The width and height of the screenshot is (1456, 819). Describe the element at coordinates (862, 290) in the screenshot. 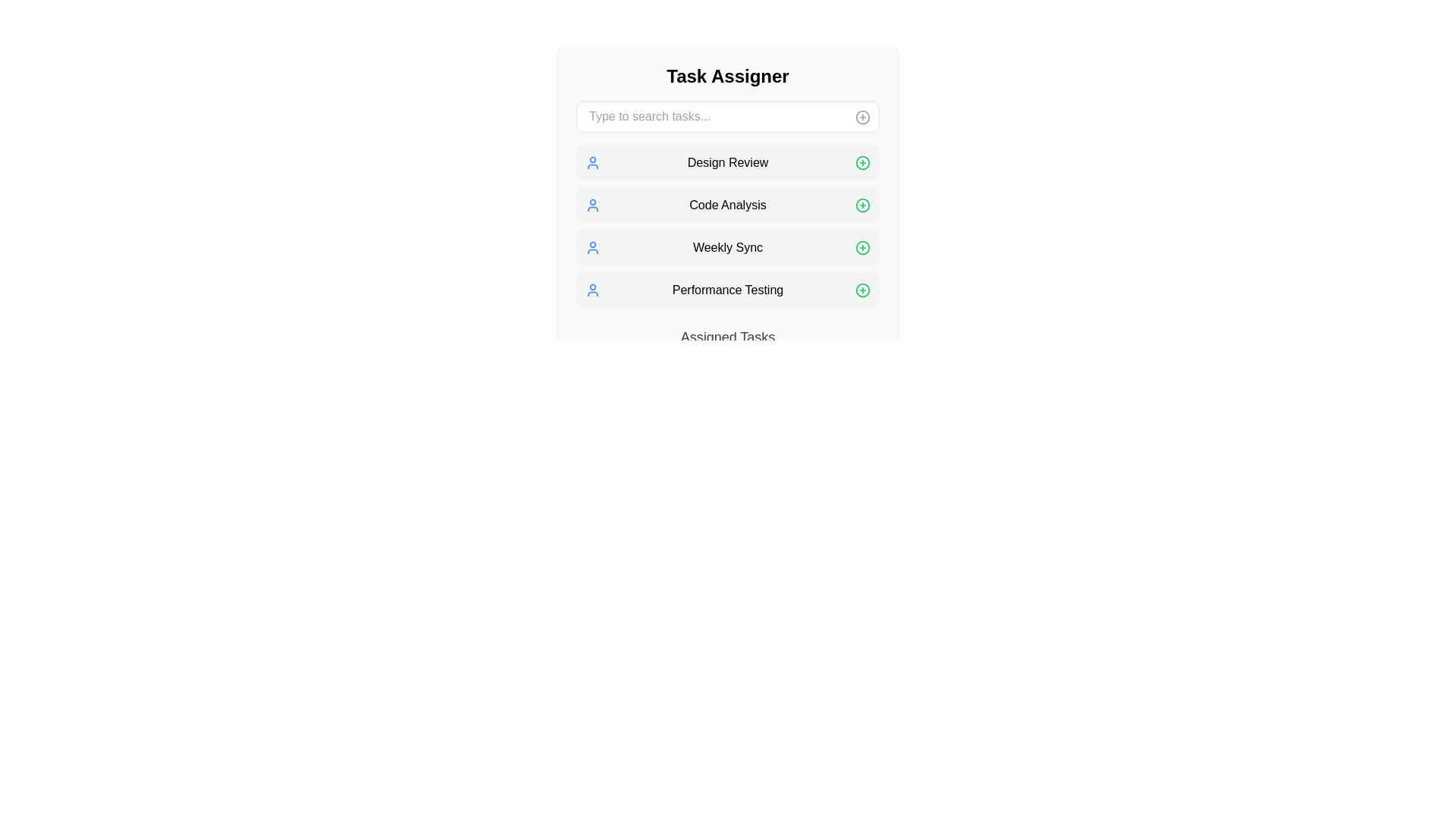

I see `the interactive button on the right side of the 'Performance Testing' row` at that location.